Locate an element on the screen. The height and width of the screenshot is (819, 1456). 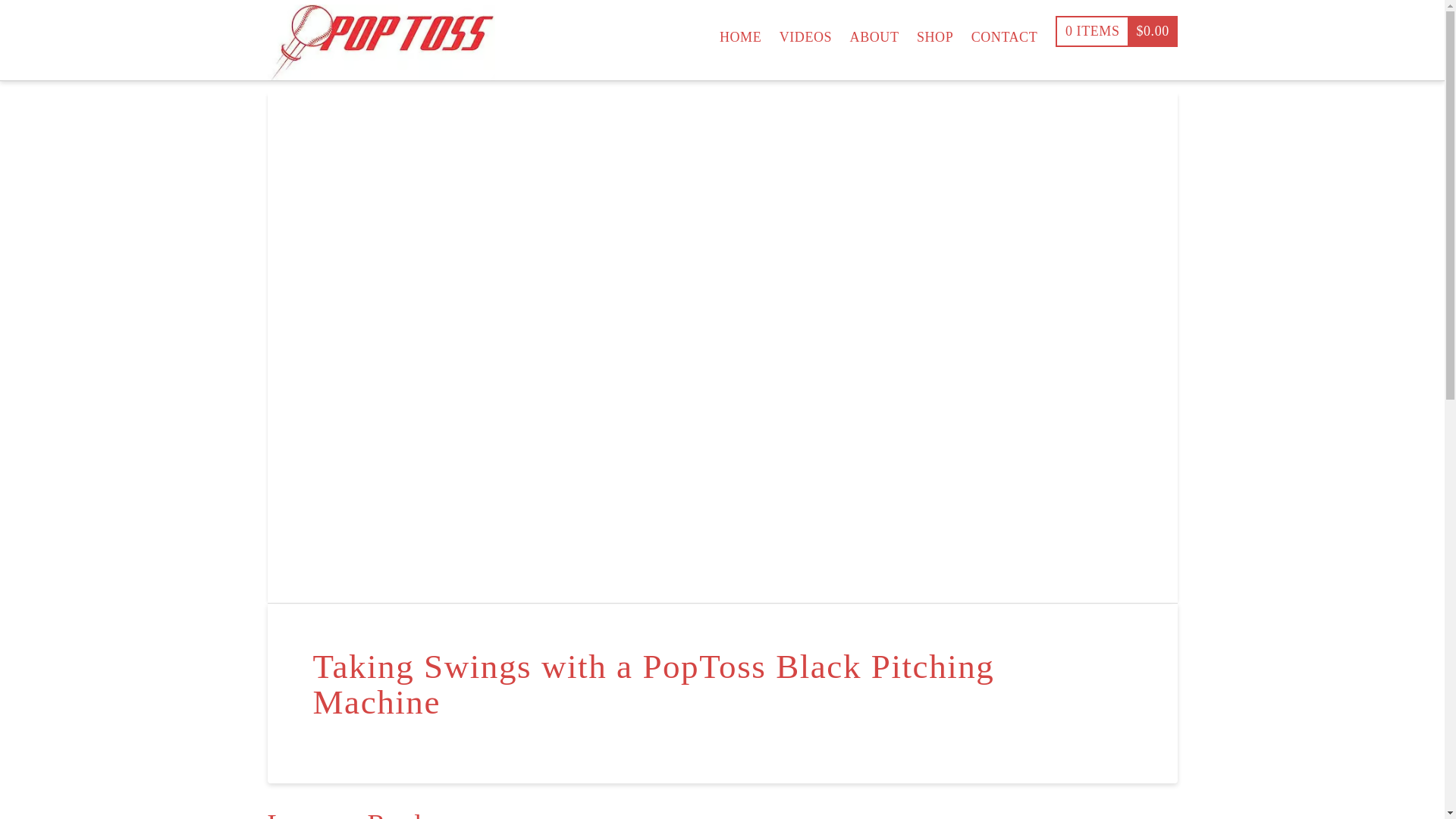
'SHOP' is located at coordinates (934, 30).